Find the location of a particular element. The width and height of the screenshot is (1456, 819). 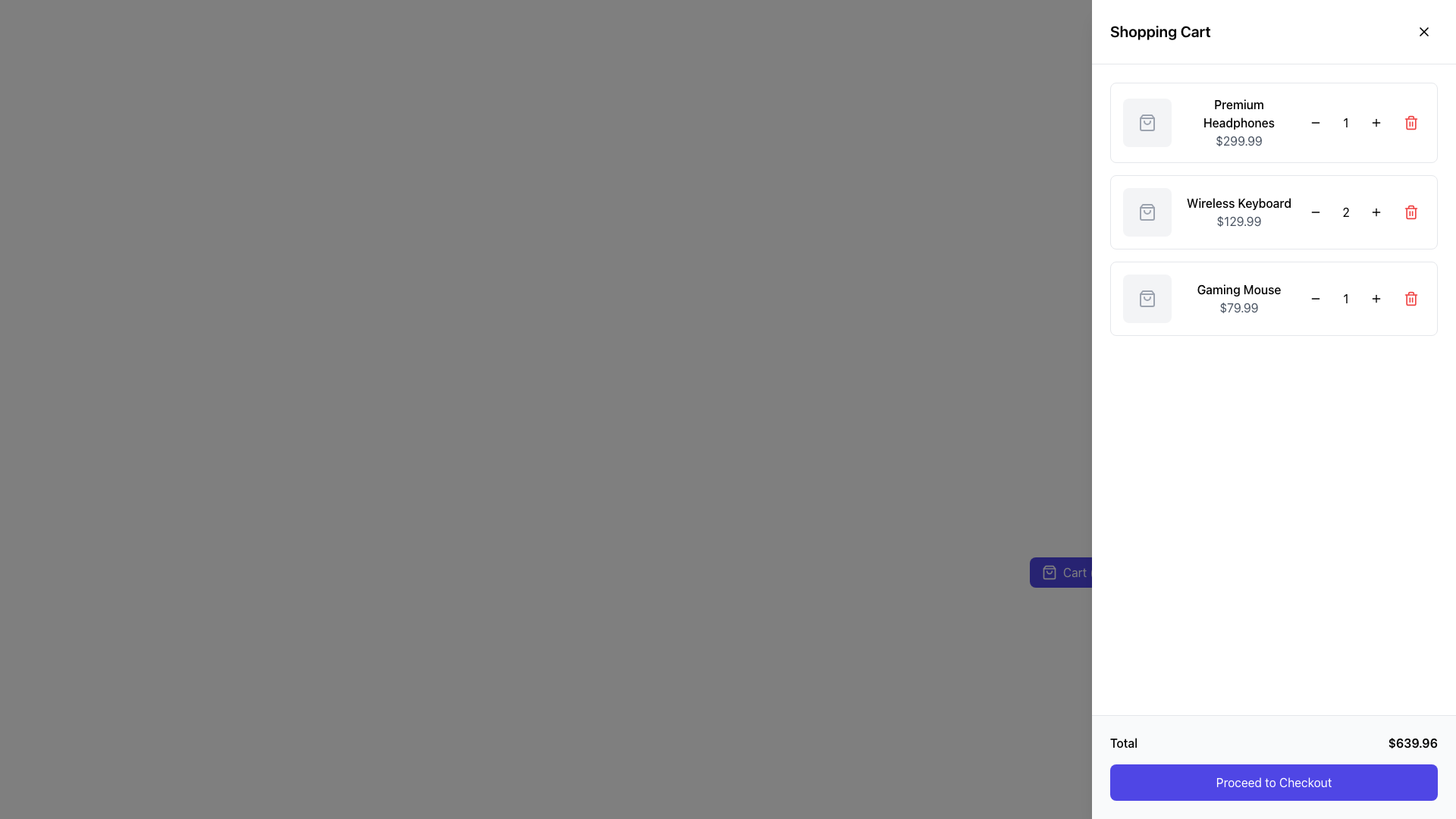

the button is located at coordinates (1410, 298).